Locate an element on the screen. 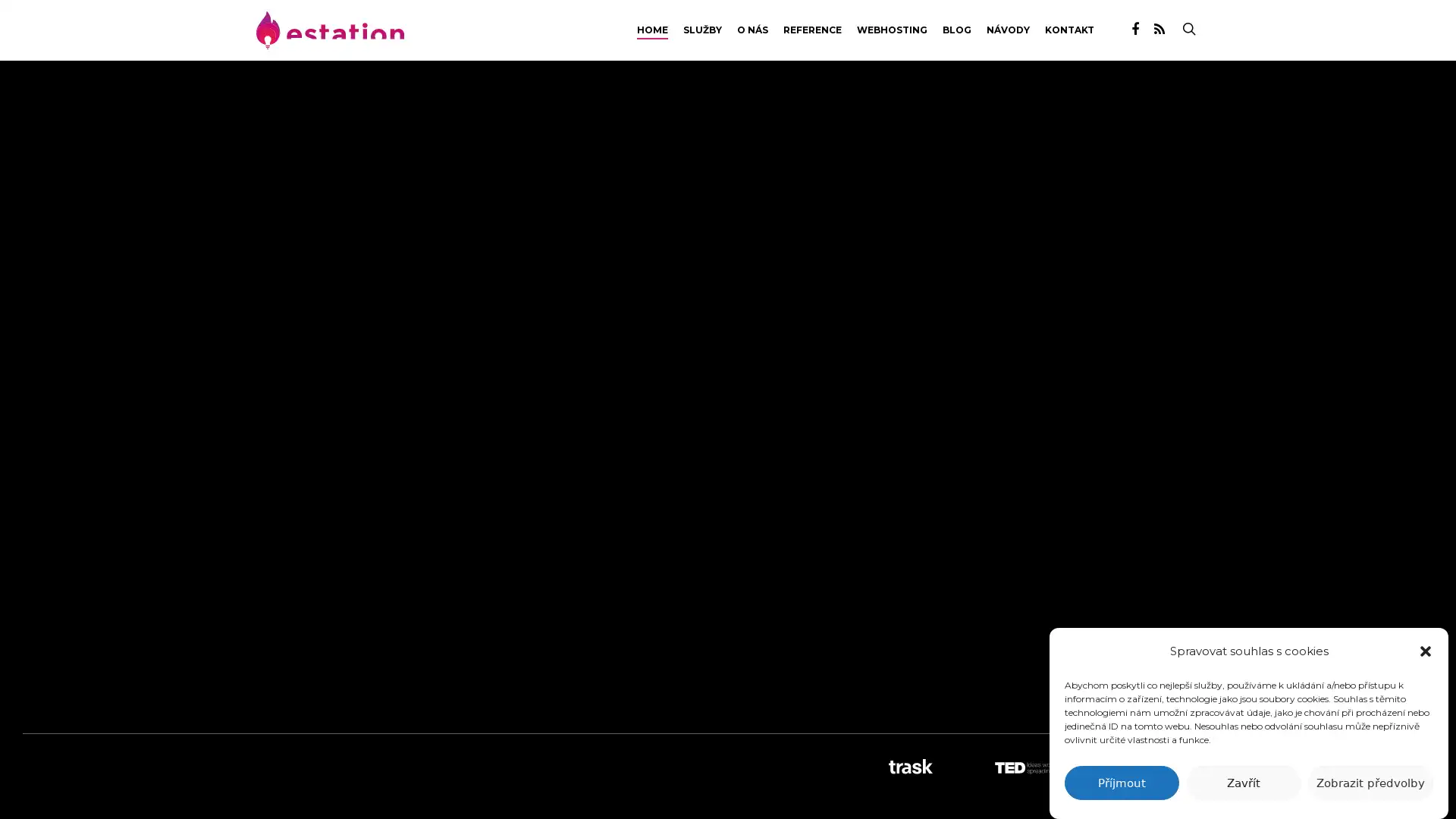  Zobrazit predvolby is located at coordinates (1370, 783).